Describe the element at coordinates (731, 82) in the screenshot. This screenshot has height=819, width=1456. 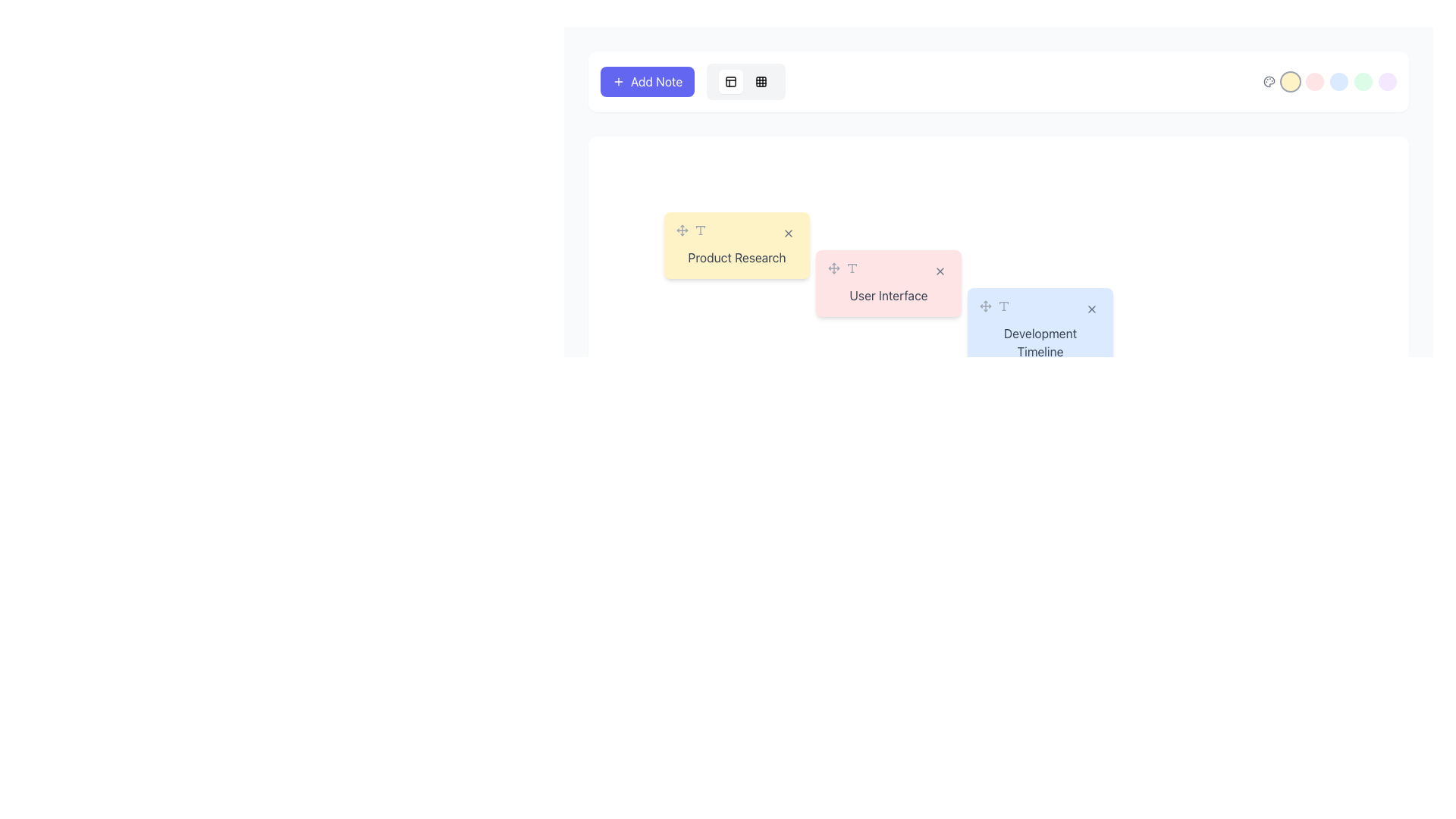
I see `the square-shaped button with a white background and grid symbol` at that location.